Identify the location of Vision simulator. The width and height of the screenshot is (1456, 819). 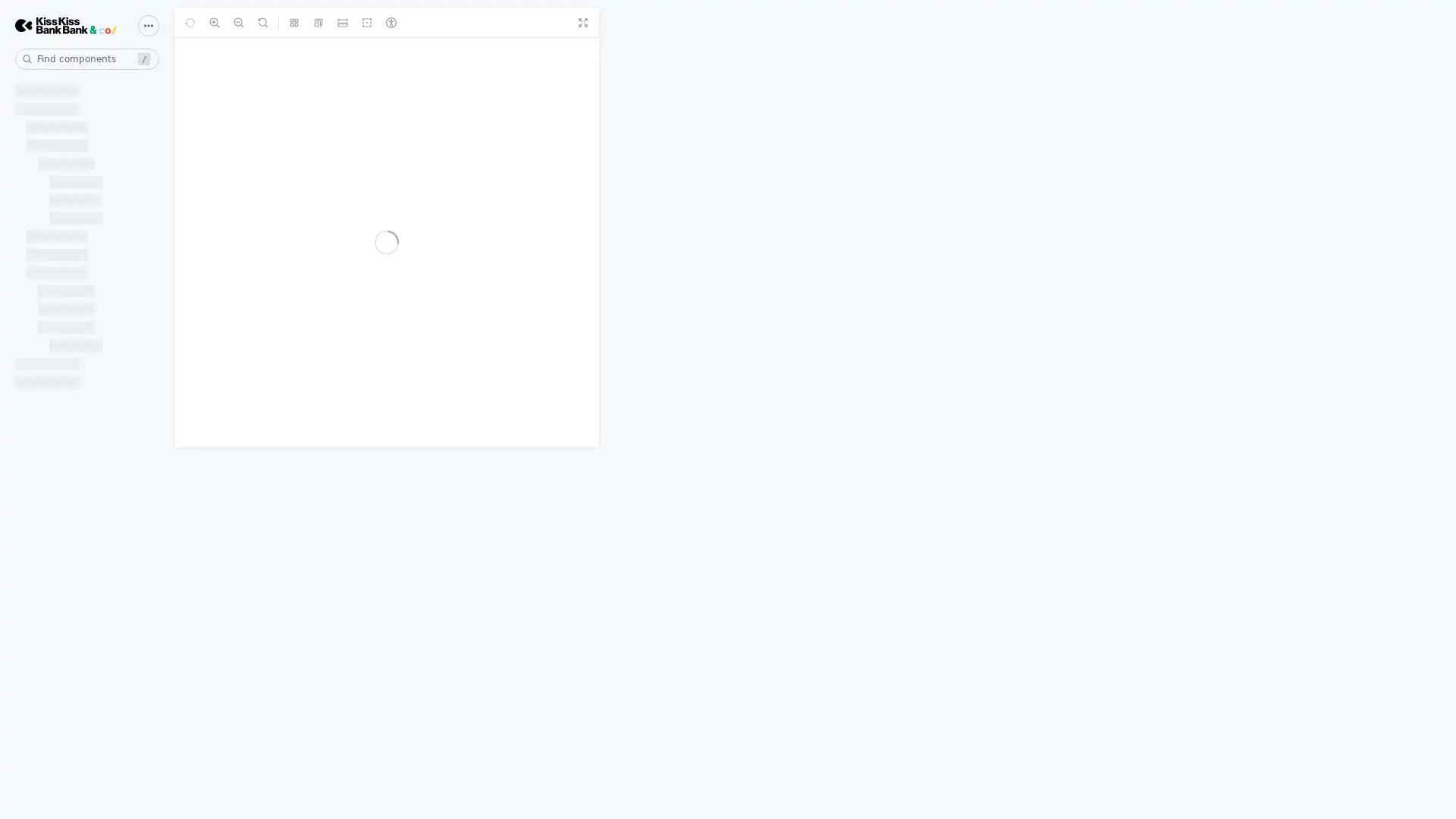
(532, 23).